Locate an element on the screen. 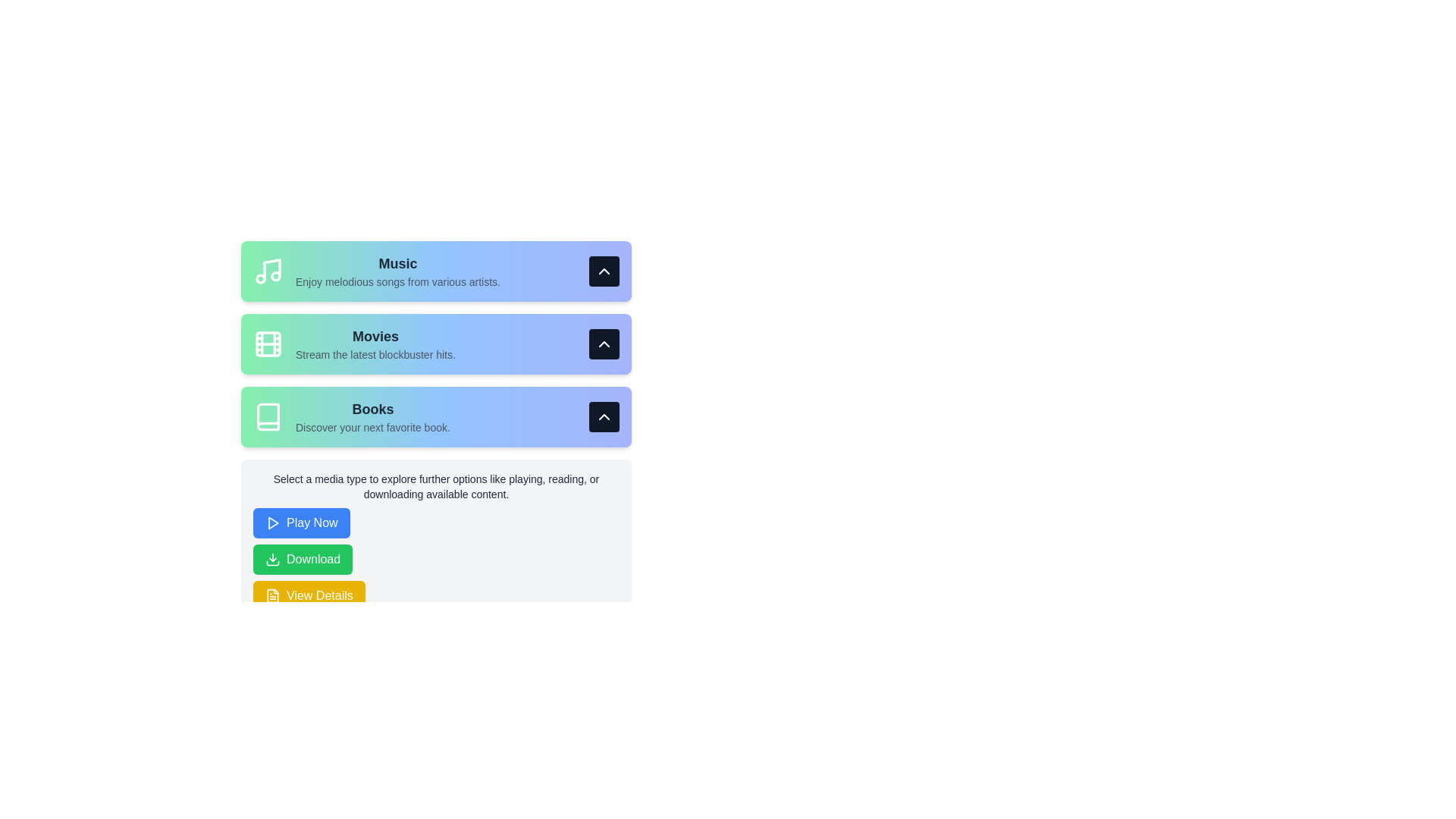 The height and width of the screenshot is (819, 1456). the third clickable section related to books, located between the 'Movies' section and a descriptive paragraph is located at coordinates (435, 417).